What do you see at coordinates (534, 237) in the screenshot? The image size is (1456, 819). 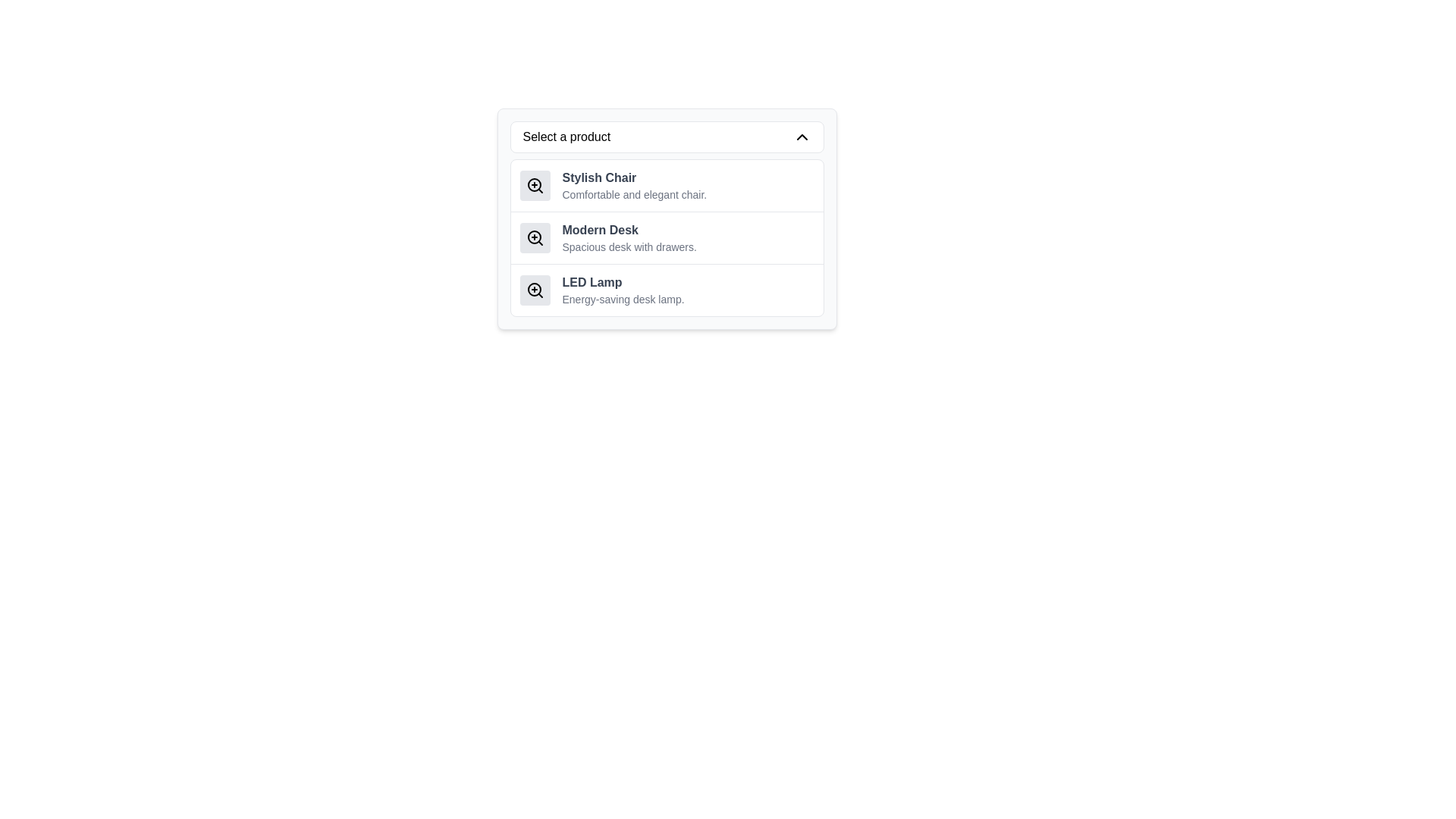 I see `the circular portion of the magnifying glass icon representing the 'zoom-in' operation for the 'Modern Desk' item in the dropdown menu` at bounding box center [534, 237].